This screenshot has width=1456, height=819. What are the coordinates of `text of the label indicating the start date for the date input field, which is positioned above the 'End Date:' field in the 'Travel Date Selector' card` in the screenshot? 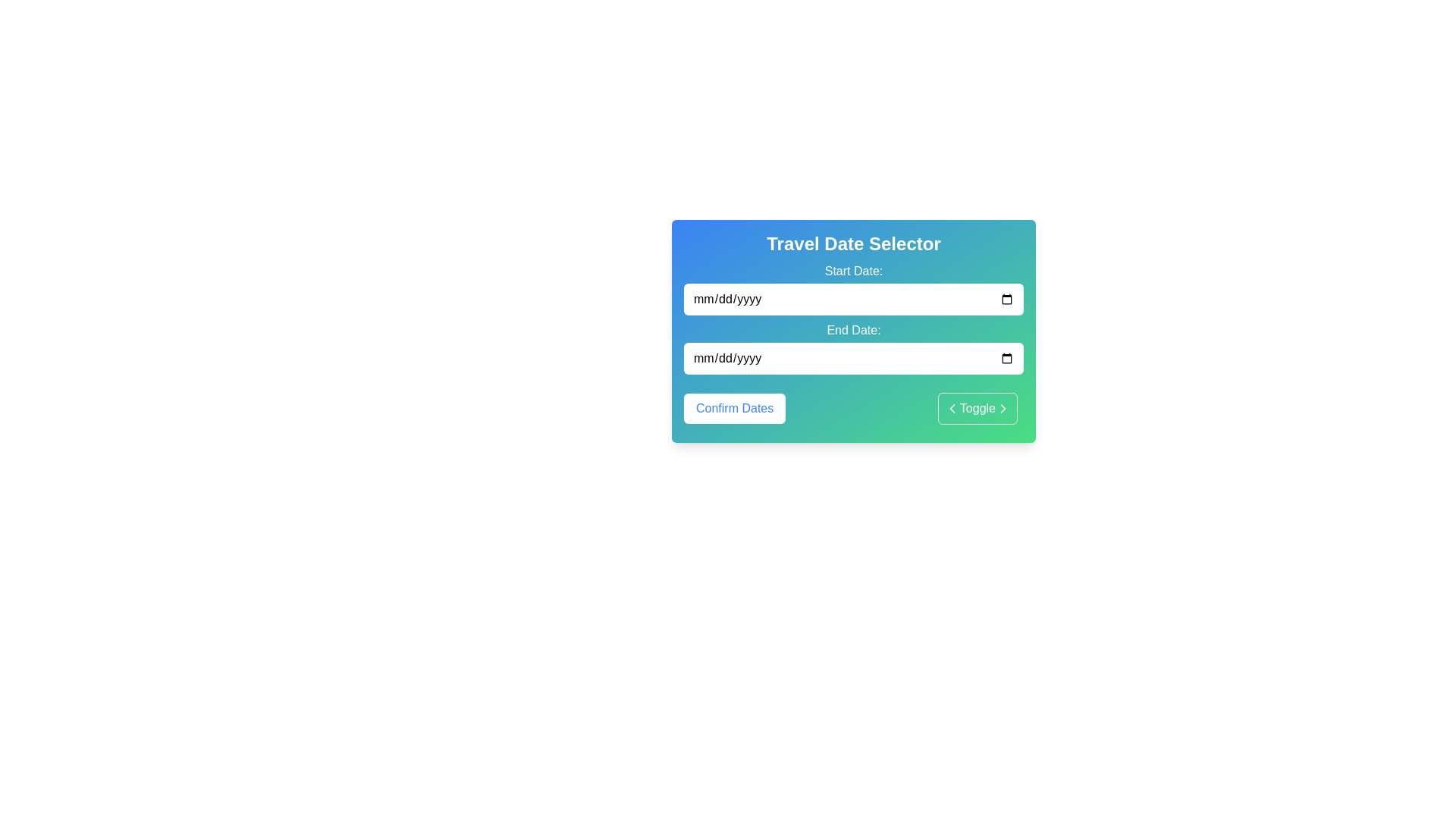 It's located at (854, 289).